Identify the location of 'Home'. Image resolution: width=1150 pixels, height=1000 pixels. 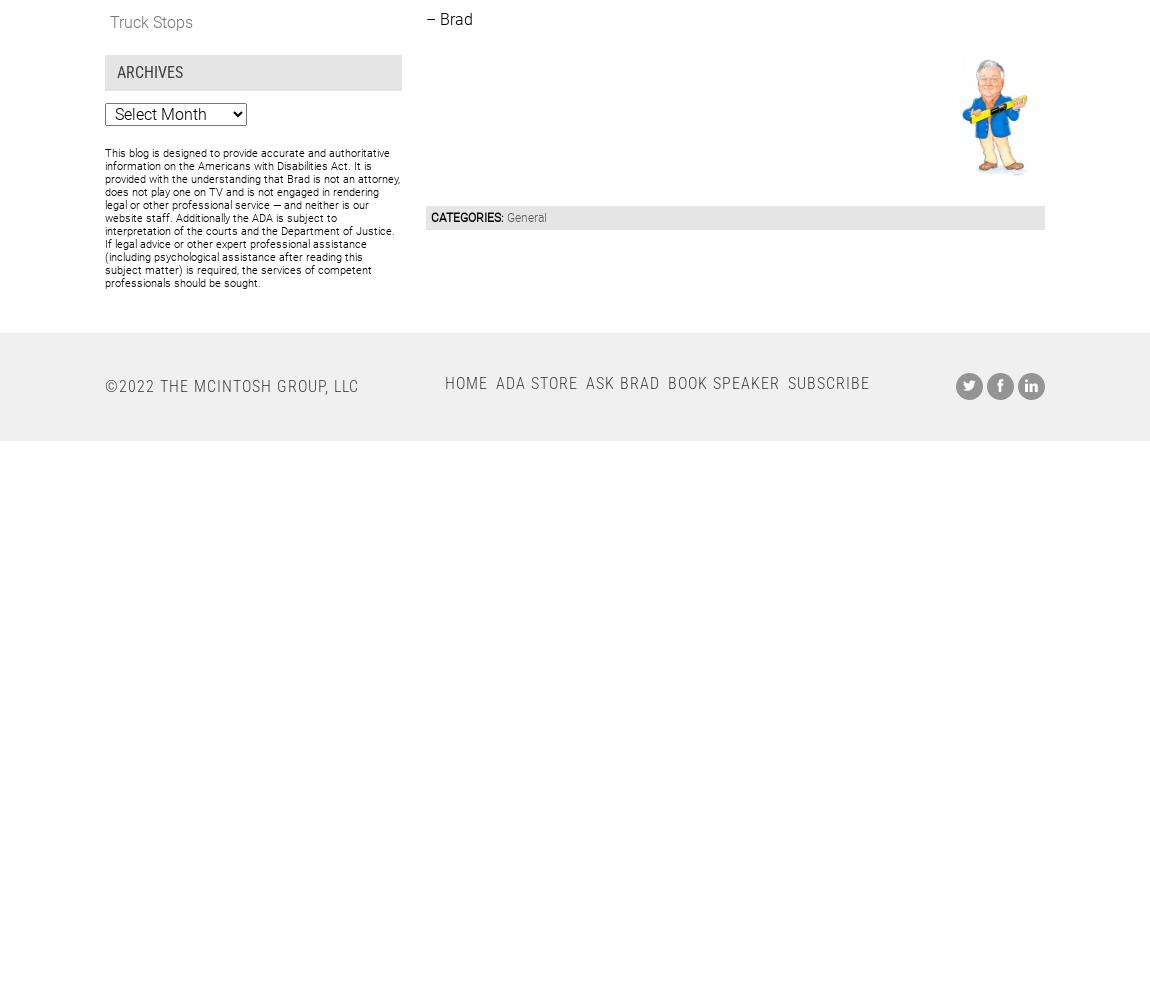
(466, 382).